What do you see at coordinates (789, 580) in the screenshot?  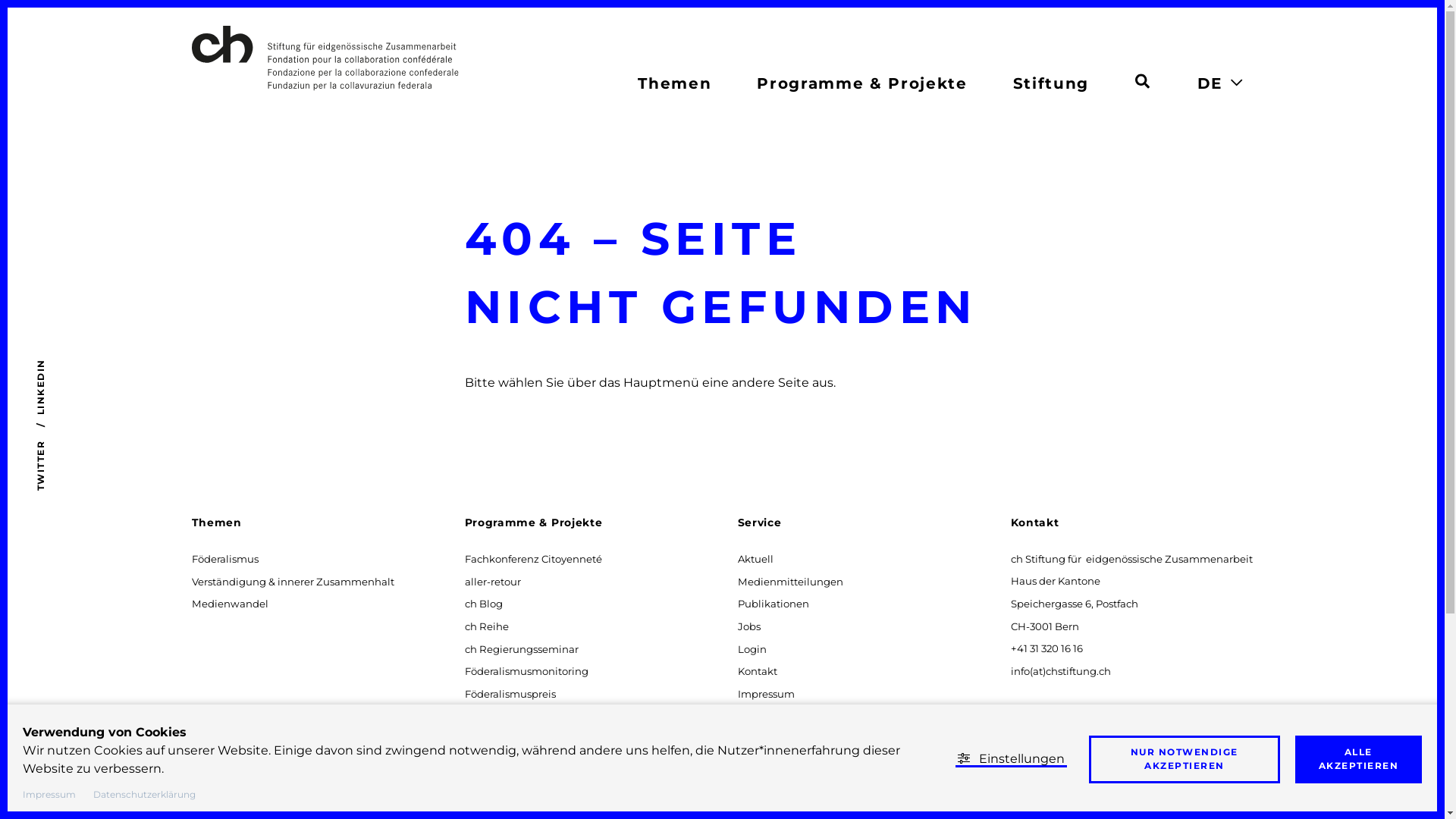 I see `'Medienmitteilungen'` at bounding box center [789, 580].